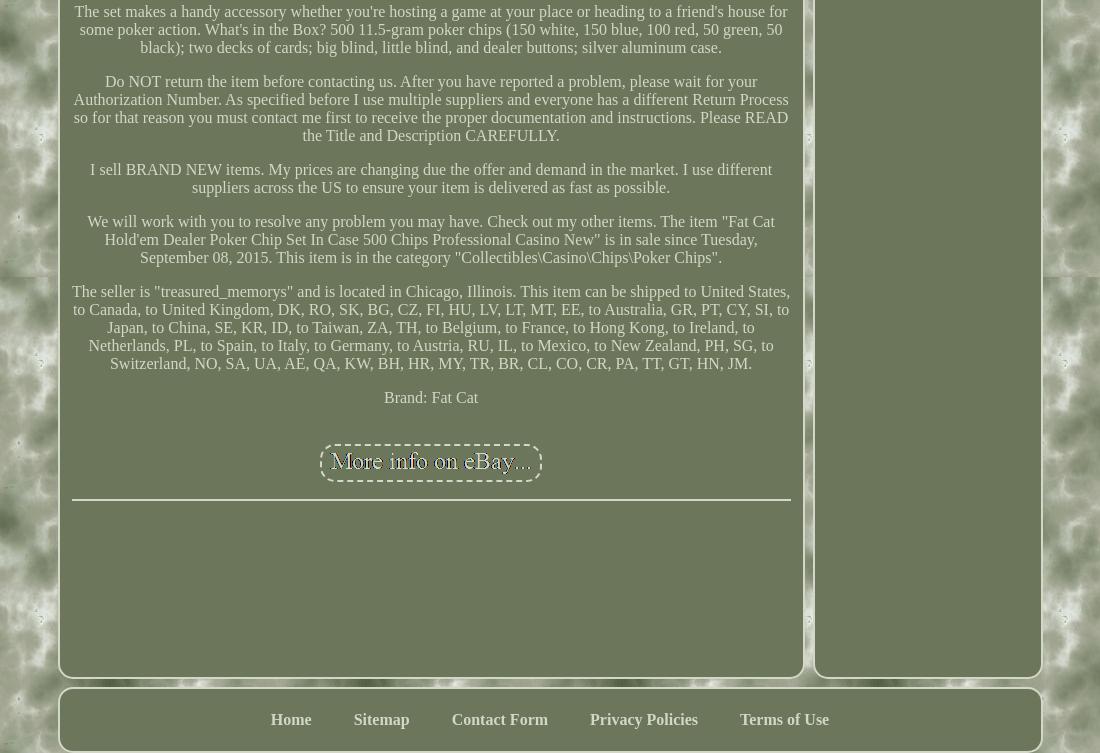 This screenshot has height=753, width=1100. I want to click on 'Brand: Fat Cat', so click(384, 395).